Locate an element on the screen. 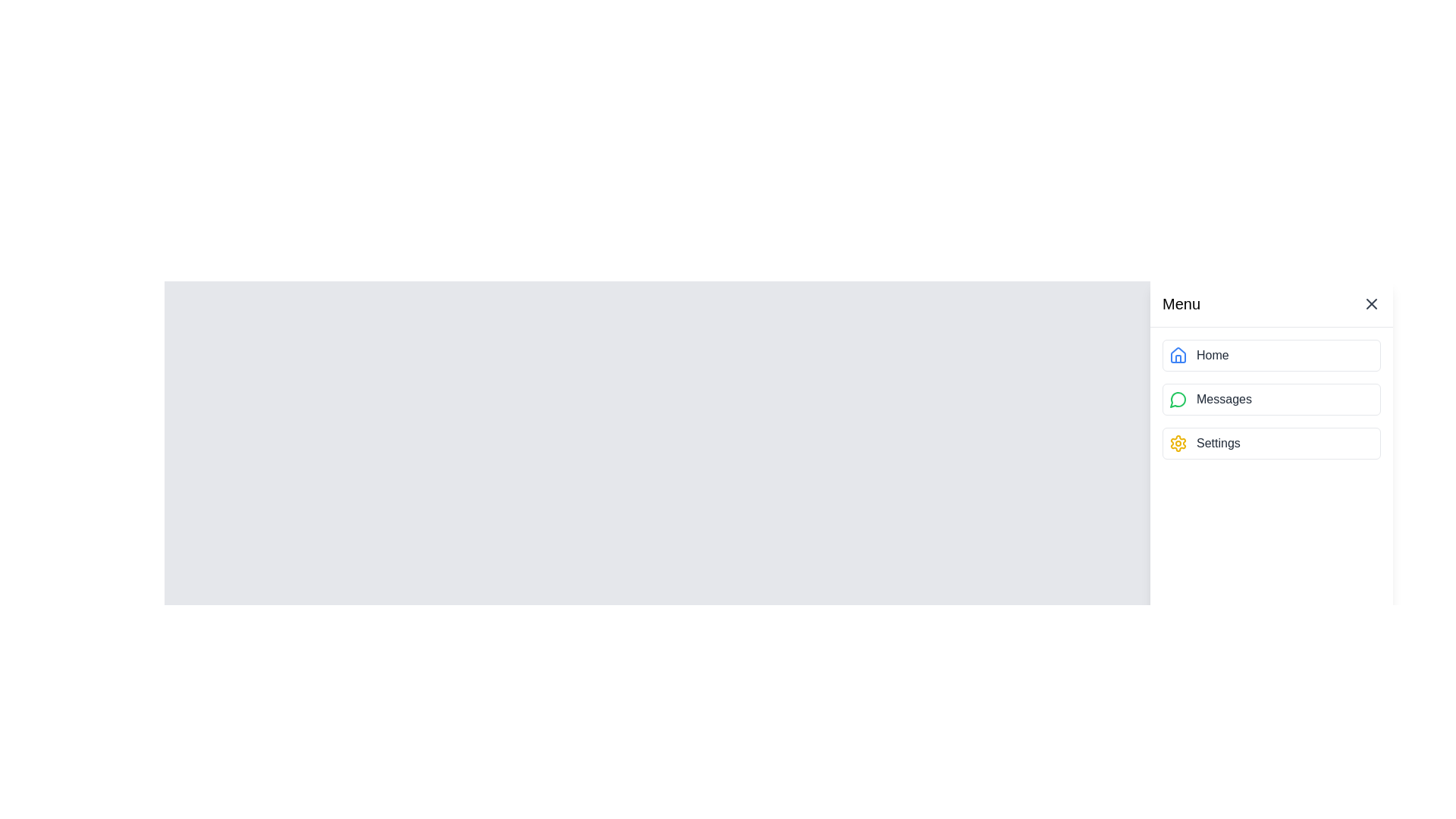 Image resolution: width=1456 pixels, height=819 pixels. the navigation button for accessing the 'Messages' section, which is the second item in the vertical menu list, located between the 'Home' button above and the 'Settings' button below is located at coordinates (1271, 399).